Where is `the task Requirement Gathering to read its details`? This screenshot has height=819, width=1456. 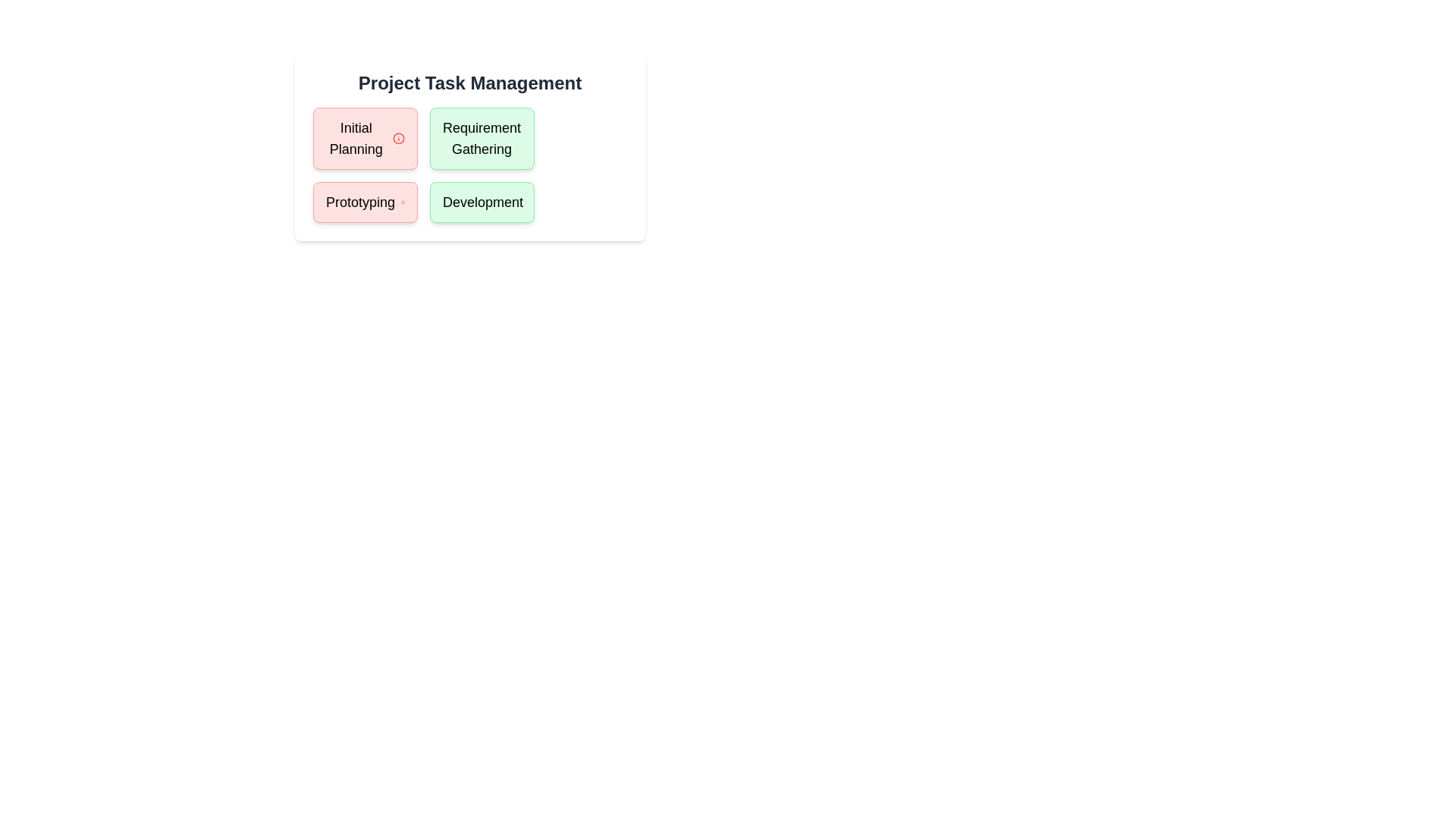
the task Requirement Gathering to read its details is located at coordinates (481, 138).